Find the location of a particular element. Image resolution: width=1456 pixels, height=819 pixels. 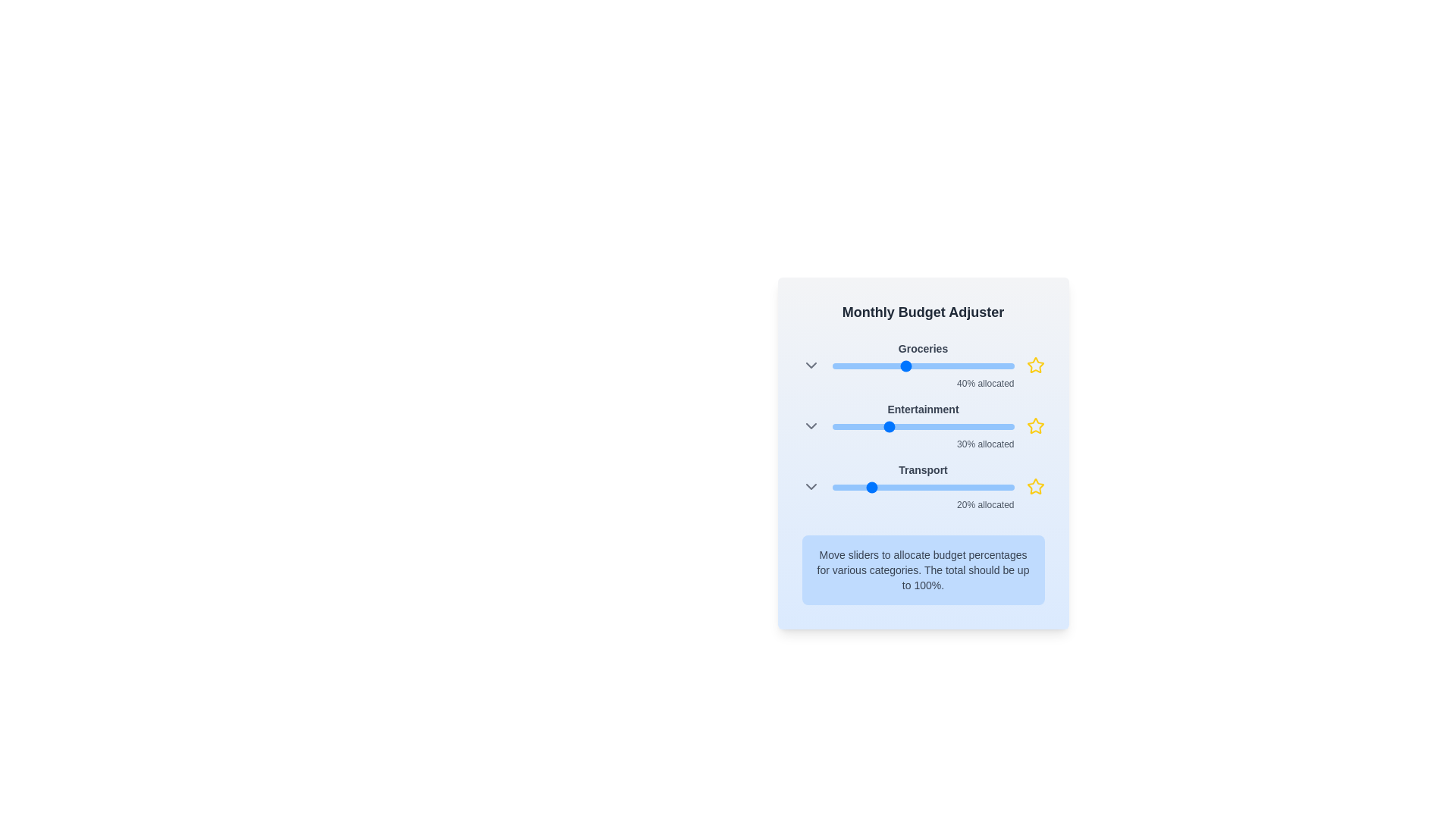

the ChevronDown icon for Transport to expand or collapse its options is located at coordinates (810, 486).